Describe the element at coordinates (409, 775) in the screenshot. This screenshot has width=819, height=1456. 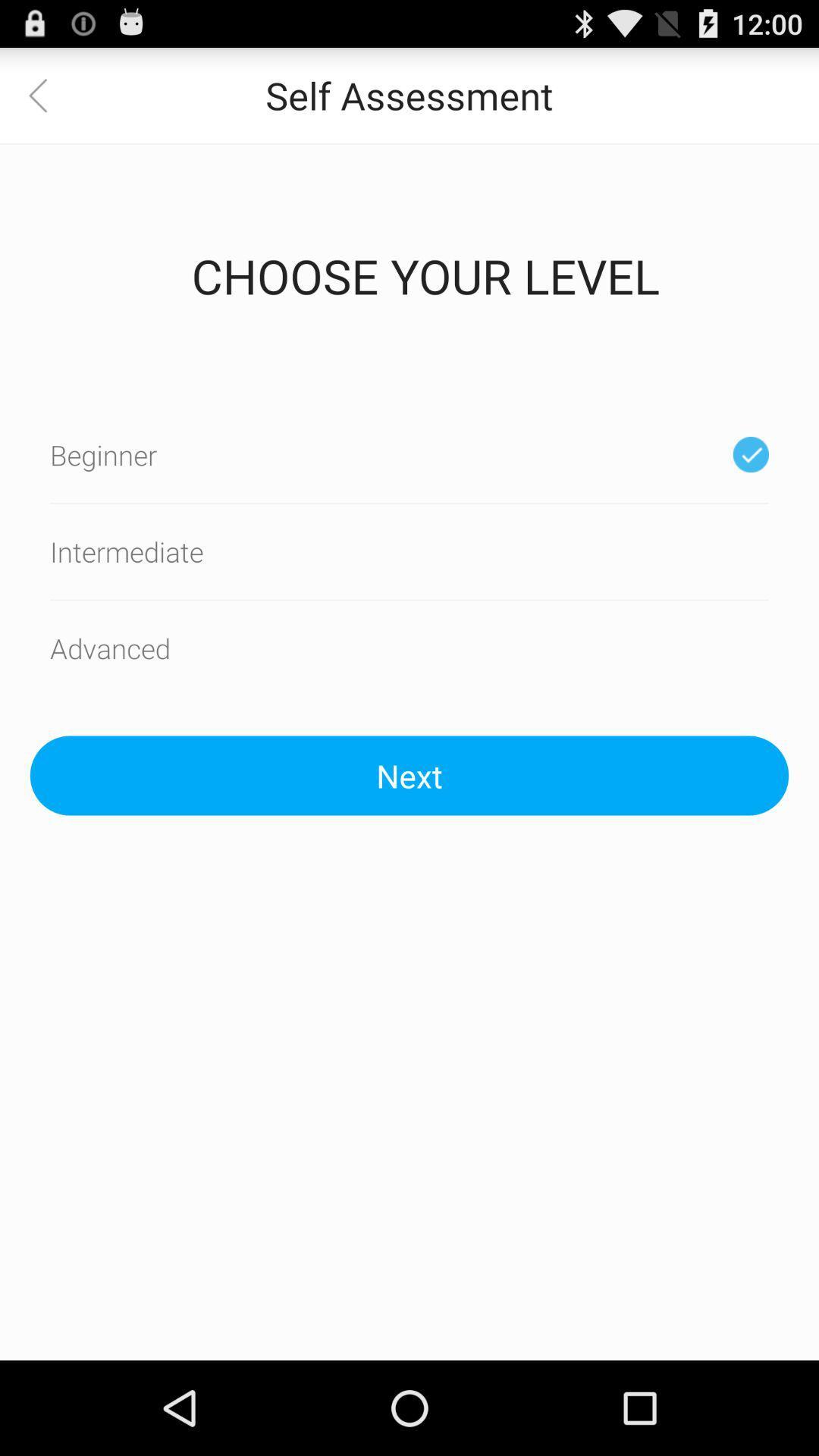
I see `the next icon` at that location.